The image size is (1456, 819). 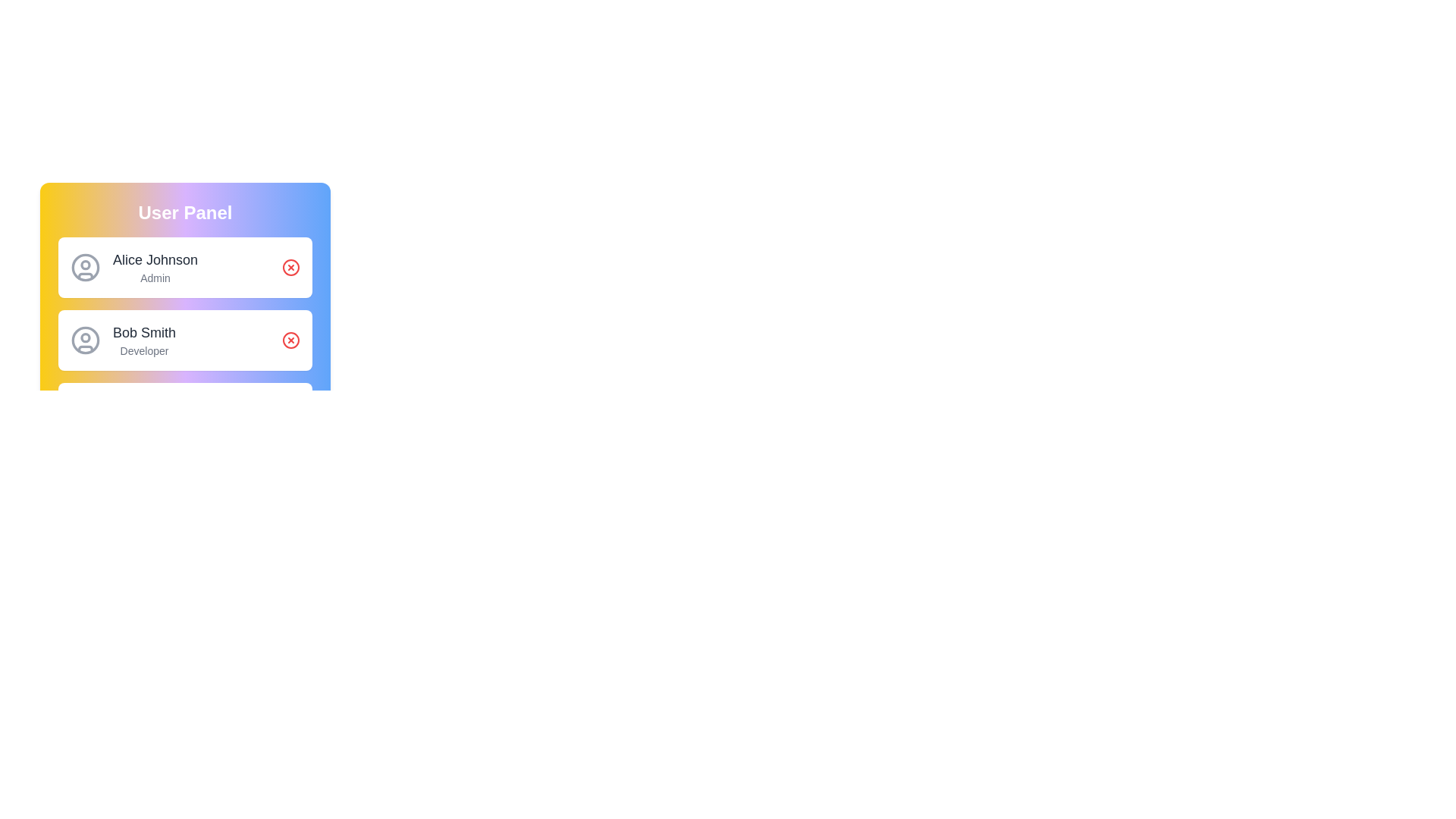 I want to click on the small circular decorative graphic element located inside the larger user icon circle, which resembles a head within a silhouette, so click(x=85, y=263).